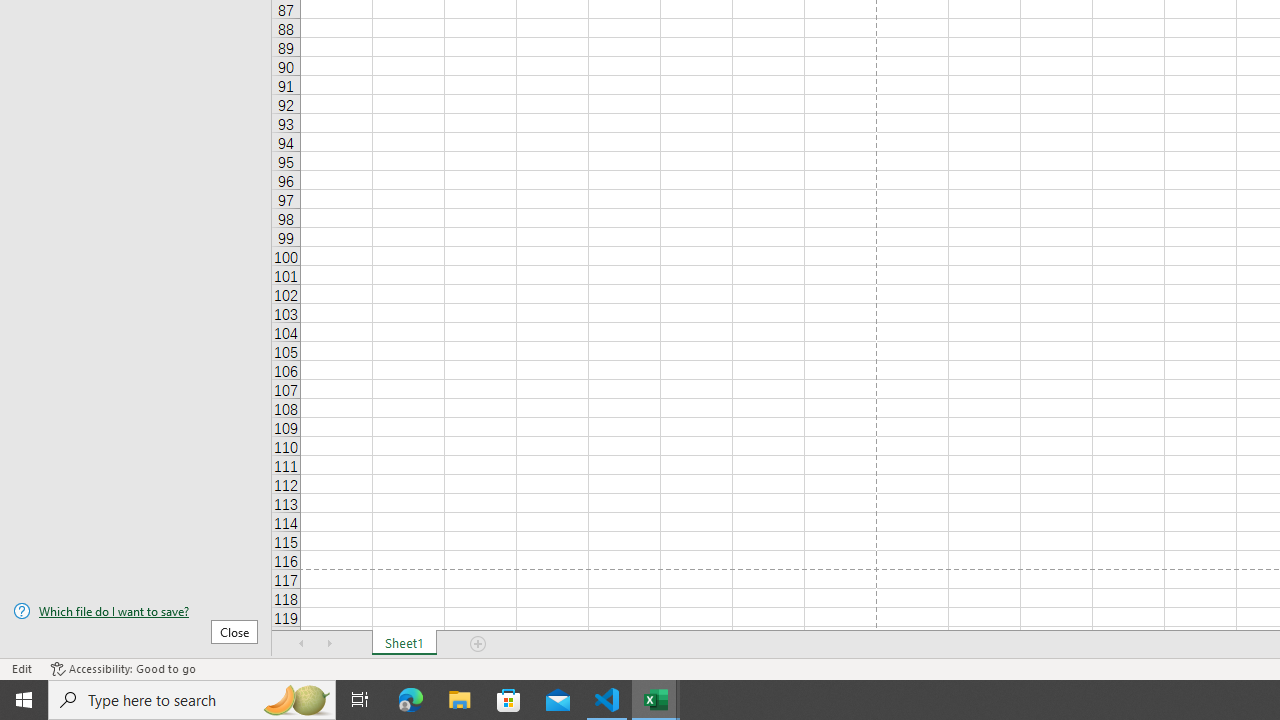 This screenshot has height=720, width=1280. I want to click on 'Add Sheet', so click(477, 644).